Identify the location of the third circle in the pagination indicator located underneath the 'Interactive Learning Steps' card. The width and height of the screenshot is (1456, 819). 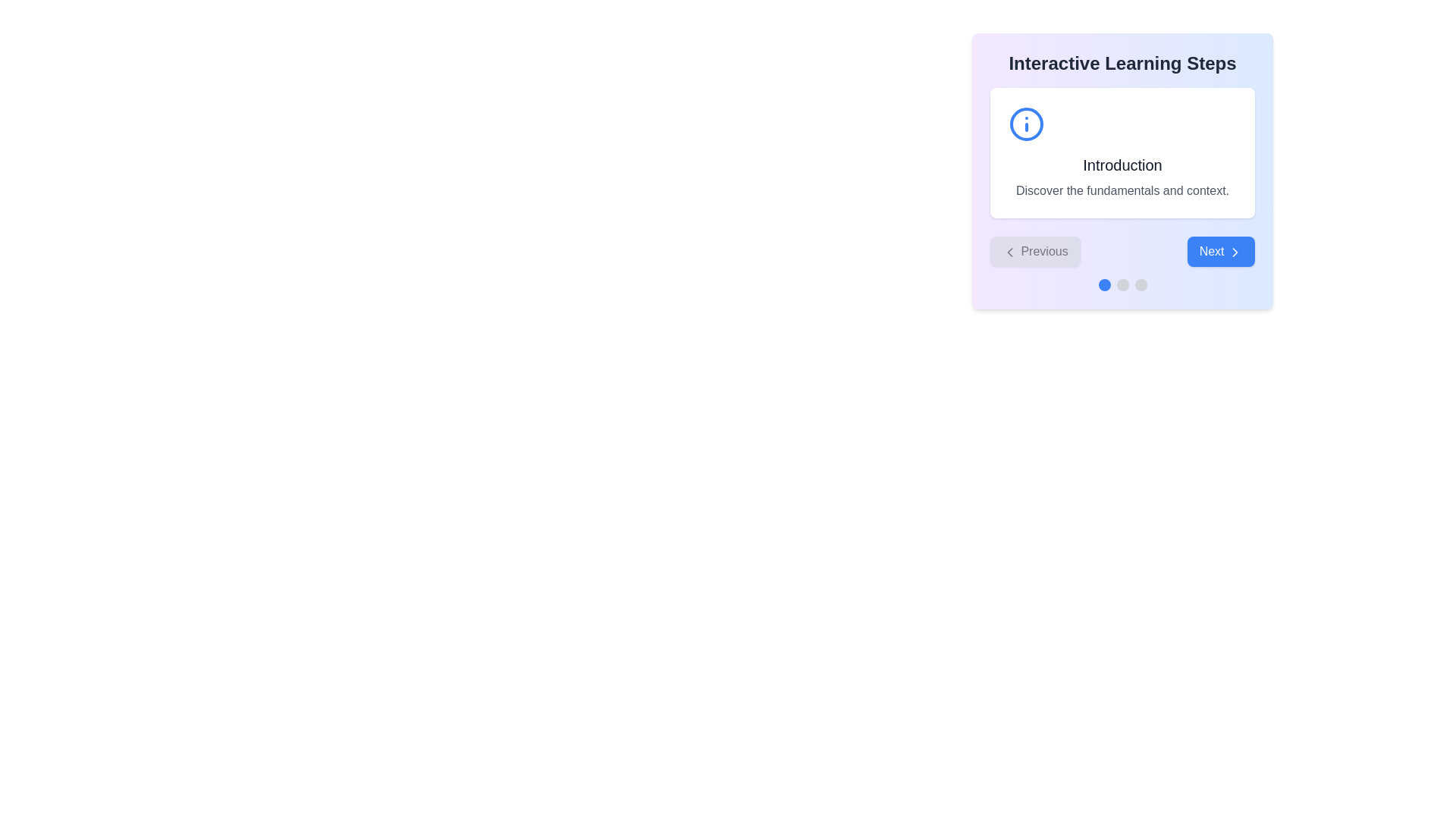
(1141, 284).